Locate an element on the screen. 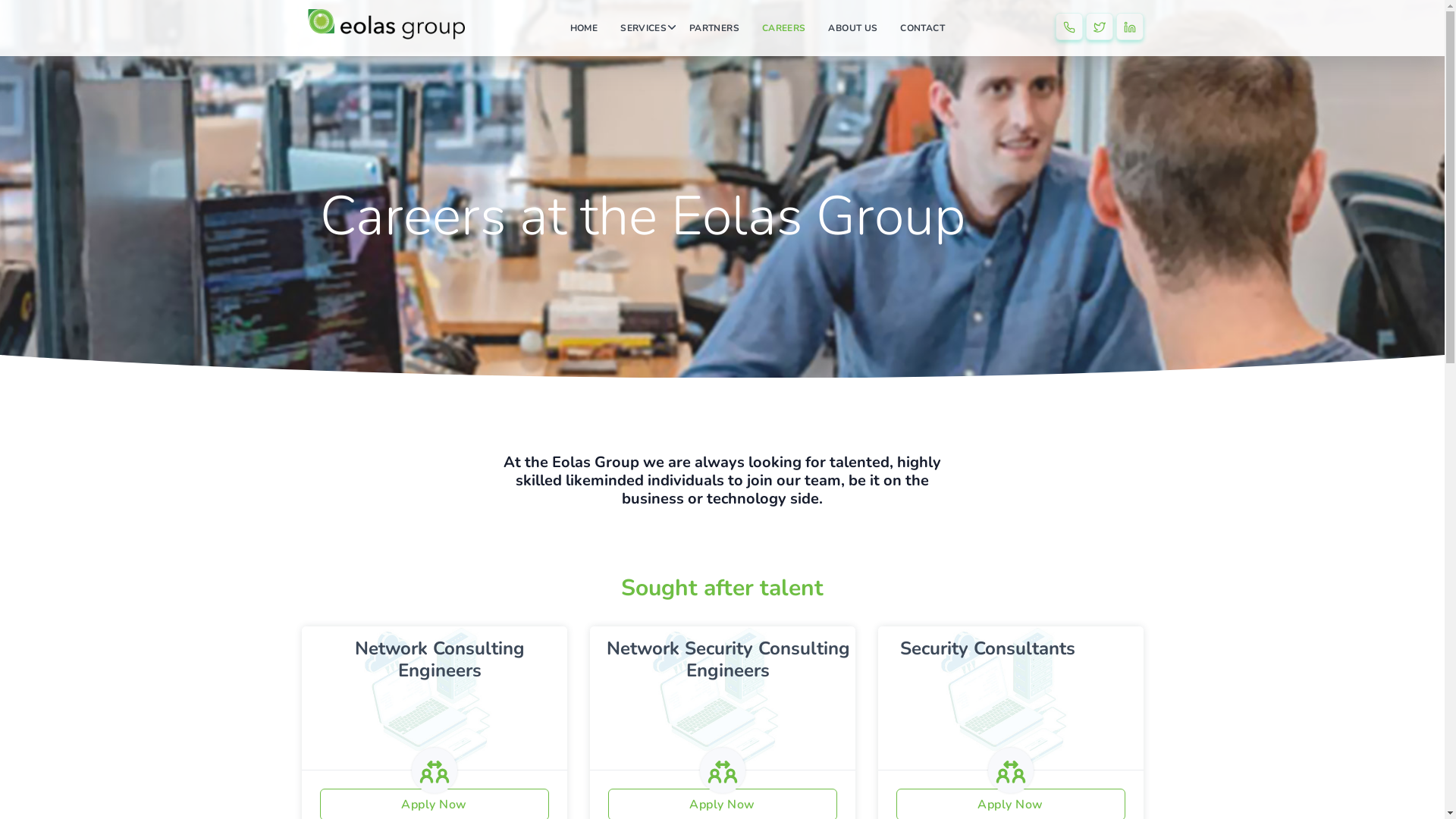 This screenshot has height=819, width=1456. 'Network Consulting Engineers' is located at coordinates (353, 658).